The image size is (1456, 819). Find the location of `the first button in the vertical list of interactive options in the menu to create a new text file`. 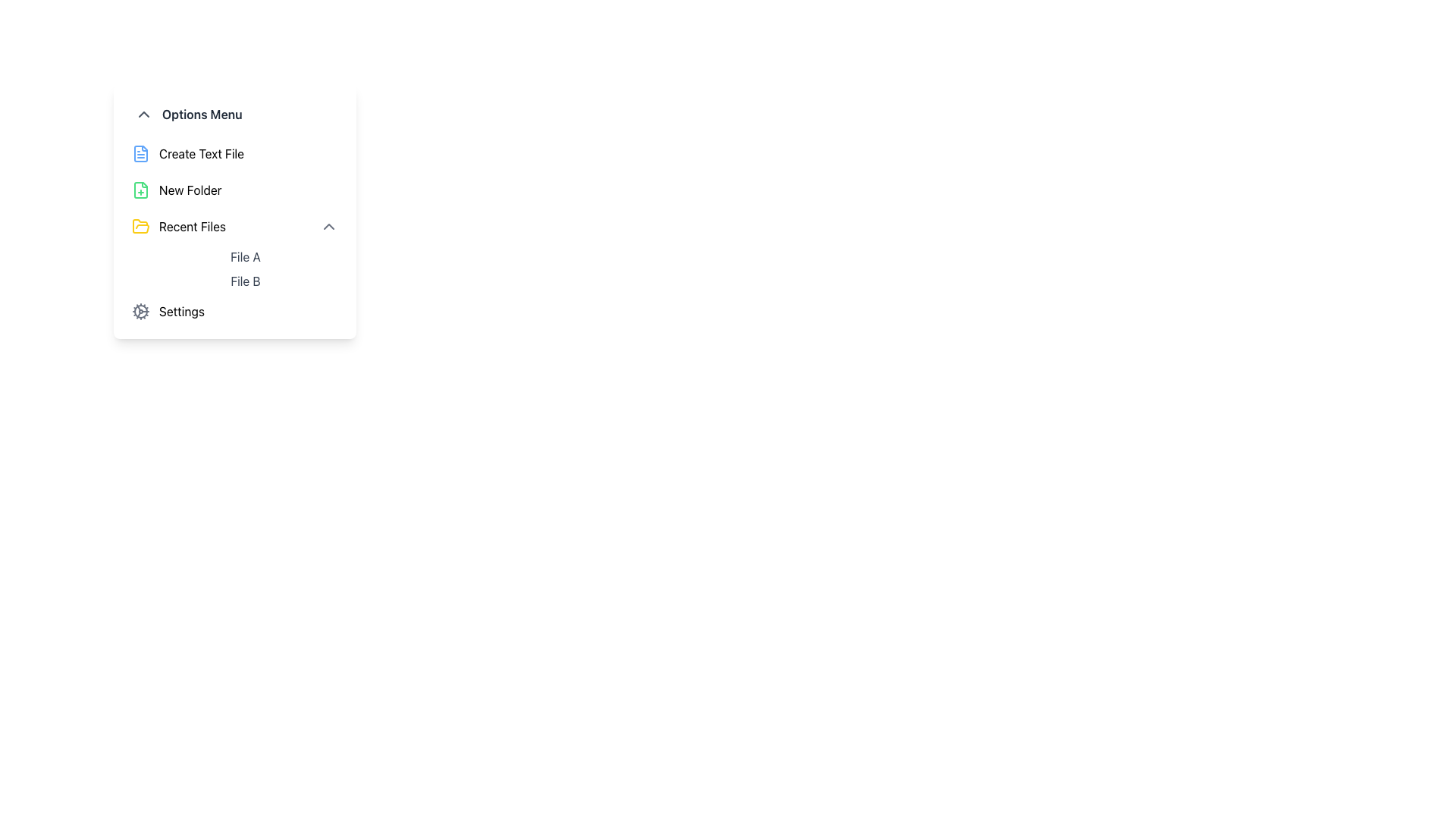

the first button in the vertical list of interactive options in the menu to create a new text file is located at coordinates (234, 154).